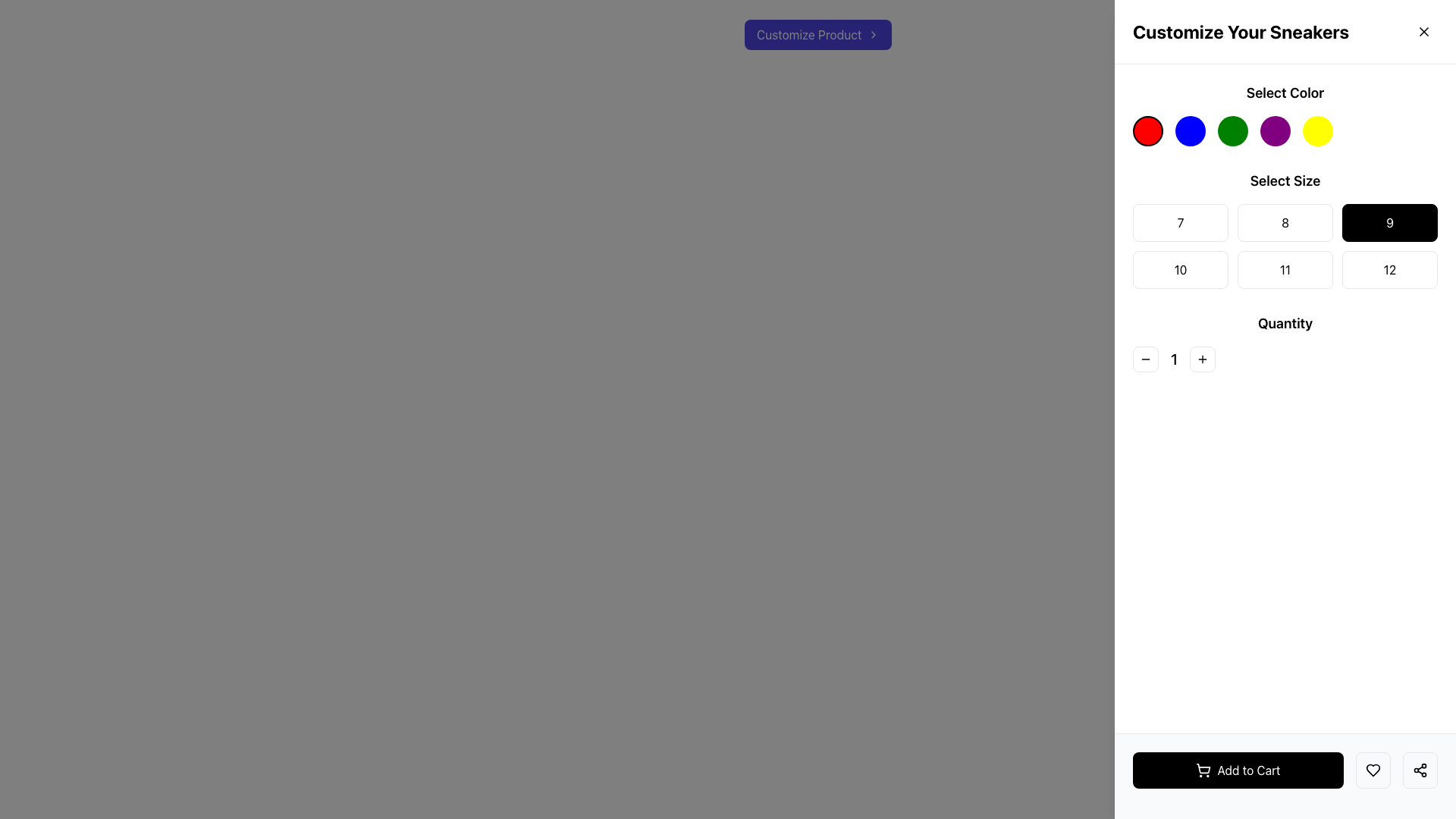 This screenshot has height=819, width=1456. I want to click on the fourth circular button under the 'Select Color' heading in the right-side panel, so click(1284, 130).